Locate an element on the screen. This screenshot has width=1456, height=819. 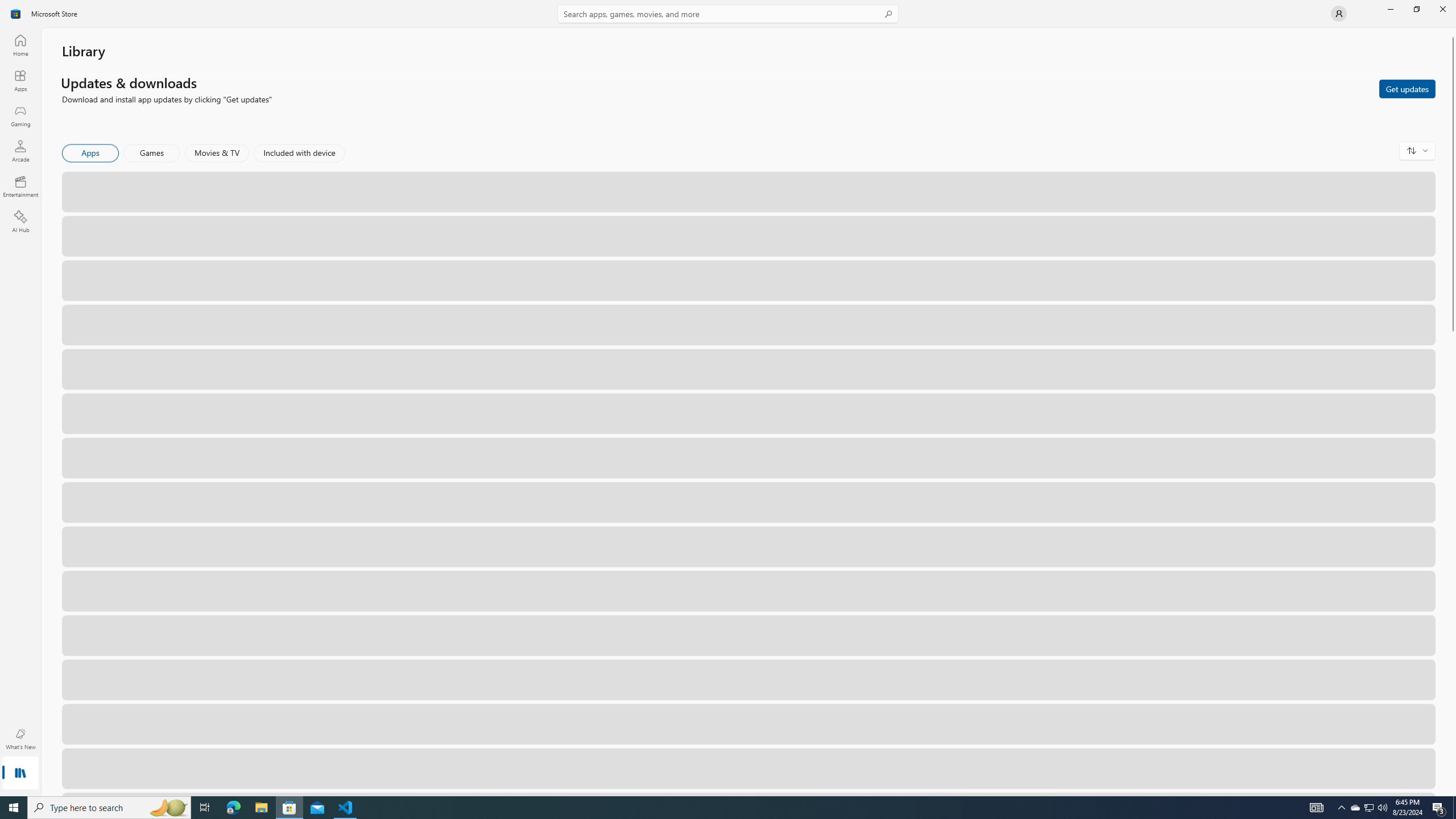
'Get updates' is located at coordinates (1407, 88).